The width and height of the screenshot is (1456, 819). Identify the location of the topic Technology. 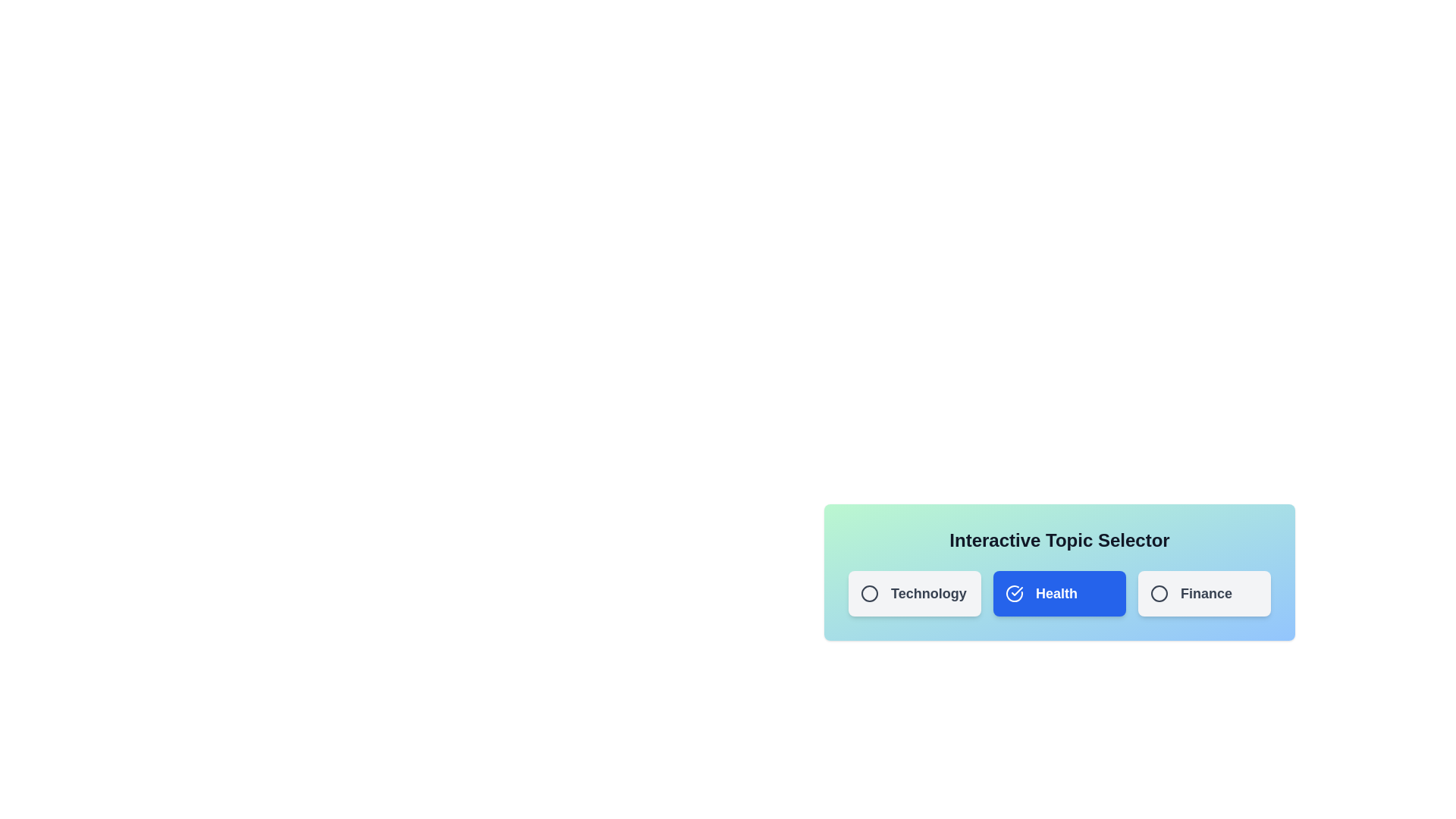
(914, 593).